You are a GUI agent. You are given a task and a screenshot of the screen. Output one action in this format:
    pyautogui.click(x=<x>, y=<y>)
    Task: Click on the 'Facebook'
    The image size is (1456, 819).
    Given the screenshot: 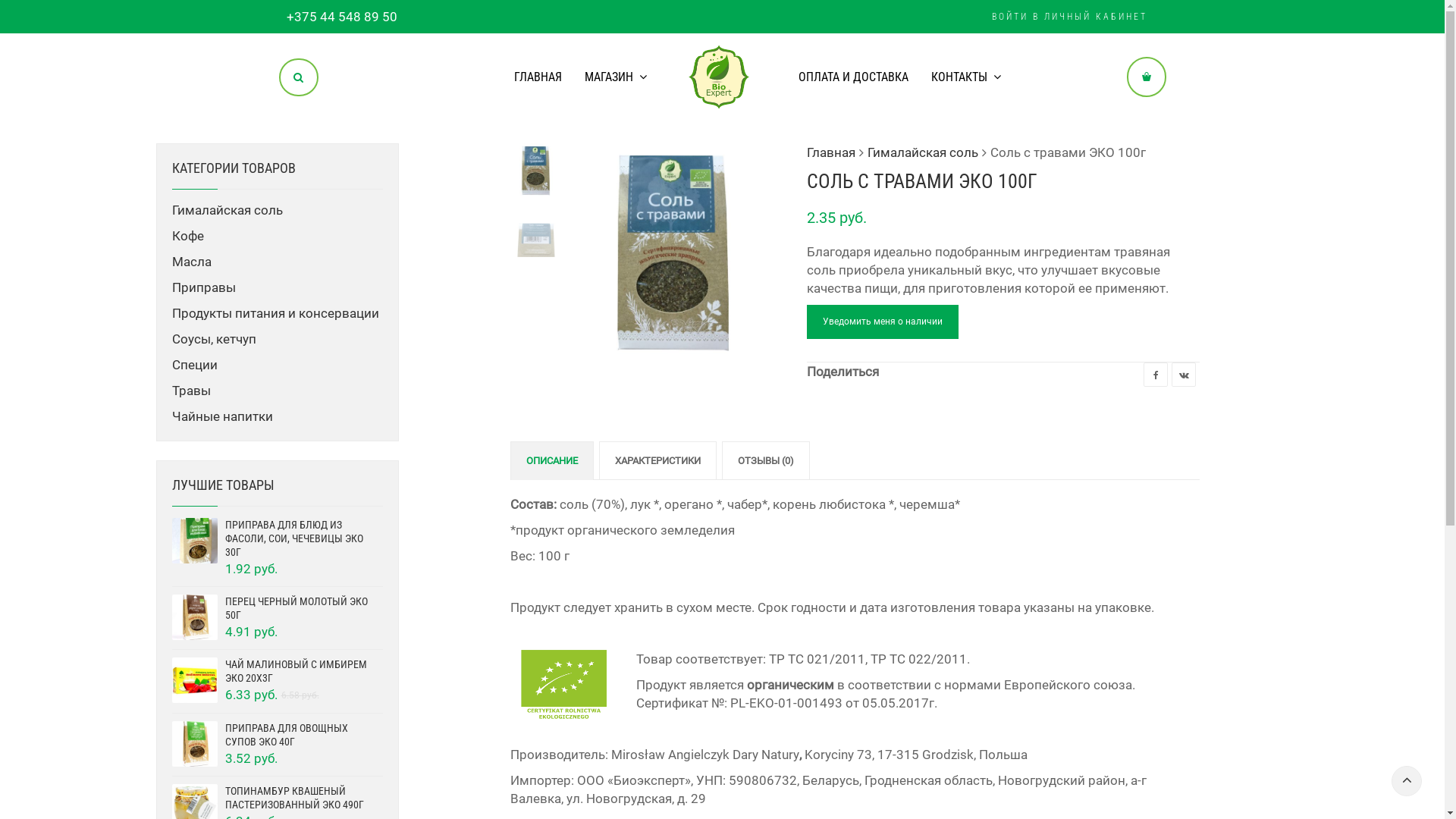 What is the action you would take?
    pyautogui.click(x=1154, y=374)
    